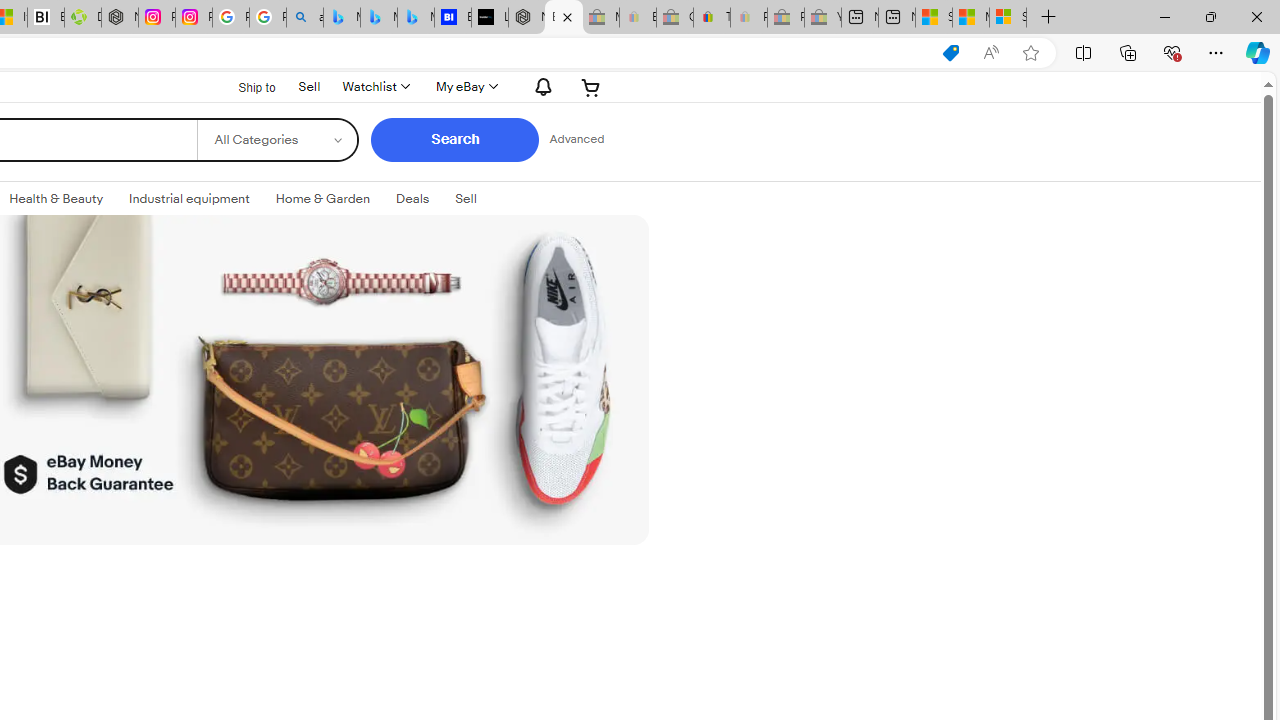 The width and height of the screenshot is (1280, 720). Describe the element at coordinates (341, 17) in the screenshot. I see `'Microsoft Bing Travel - Flights from Hong Kong to Bangkok'` at that location.